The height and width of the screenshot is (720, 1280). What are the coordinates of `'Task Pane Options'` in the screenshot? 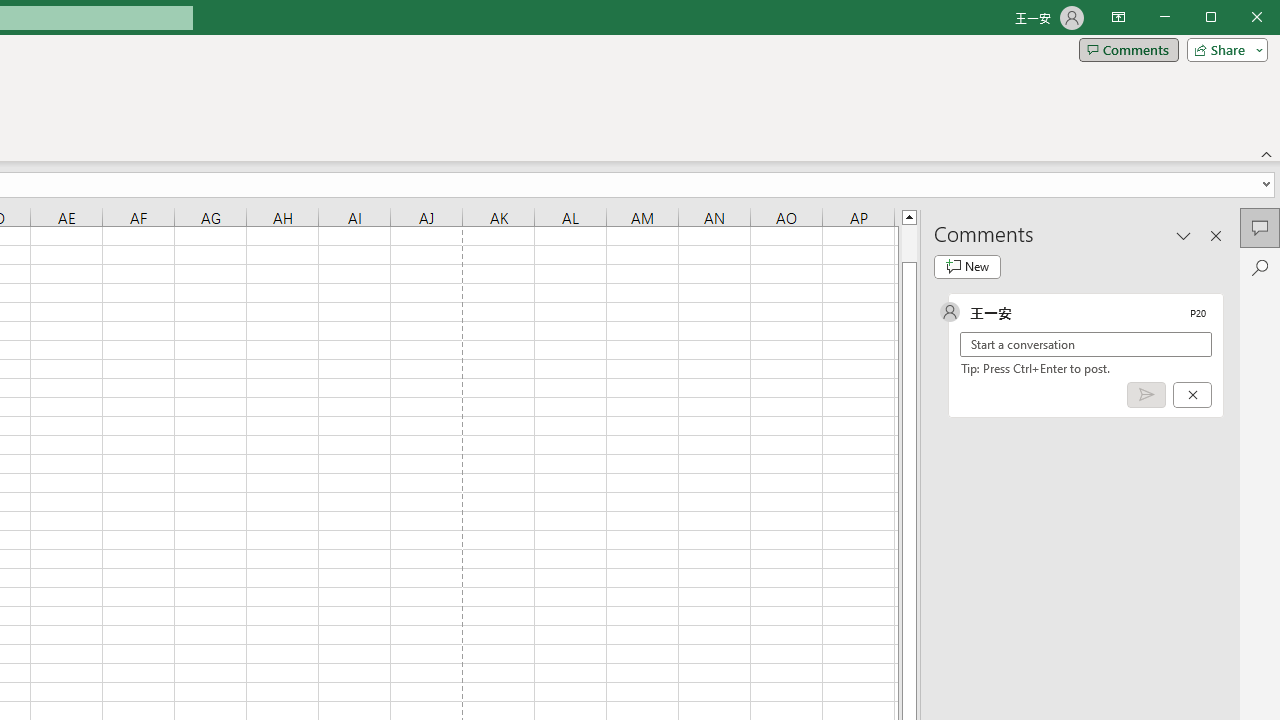 It's located at (1184, 234).